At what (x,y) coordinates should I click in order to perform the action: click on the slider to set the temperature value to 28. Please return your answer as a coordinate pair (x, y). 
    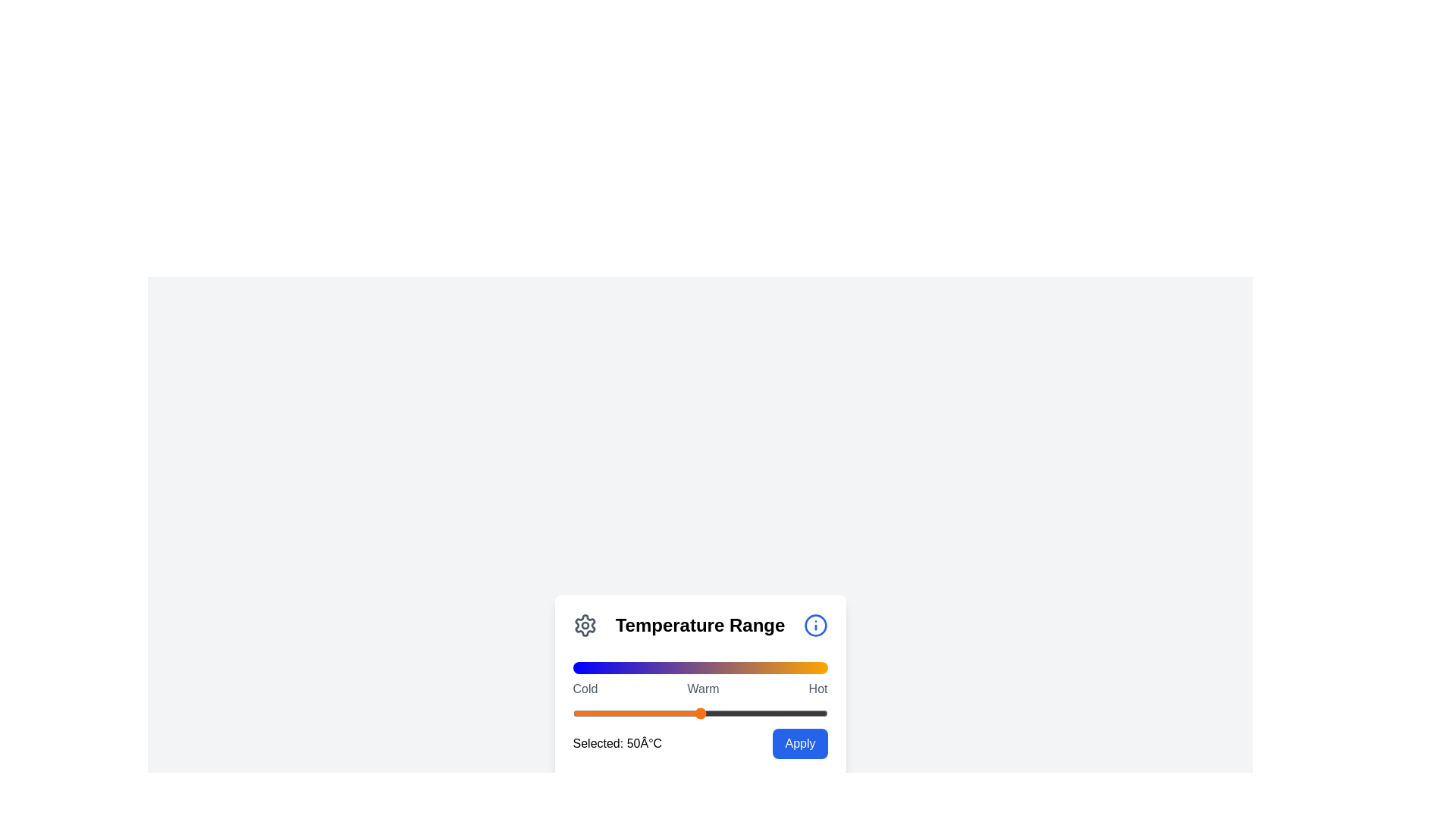
    Looking at the image, I should click on (644, 714).